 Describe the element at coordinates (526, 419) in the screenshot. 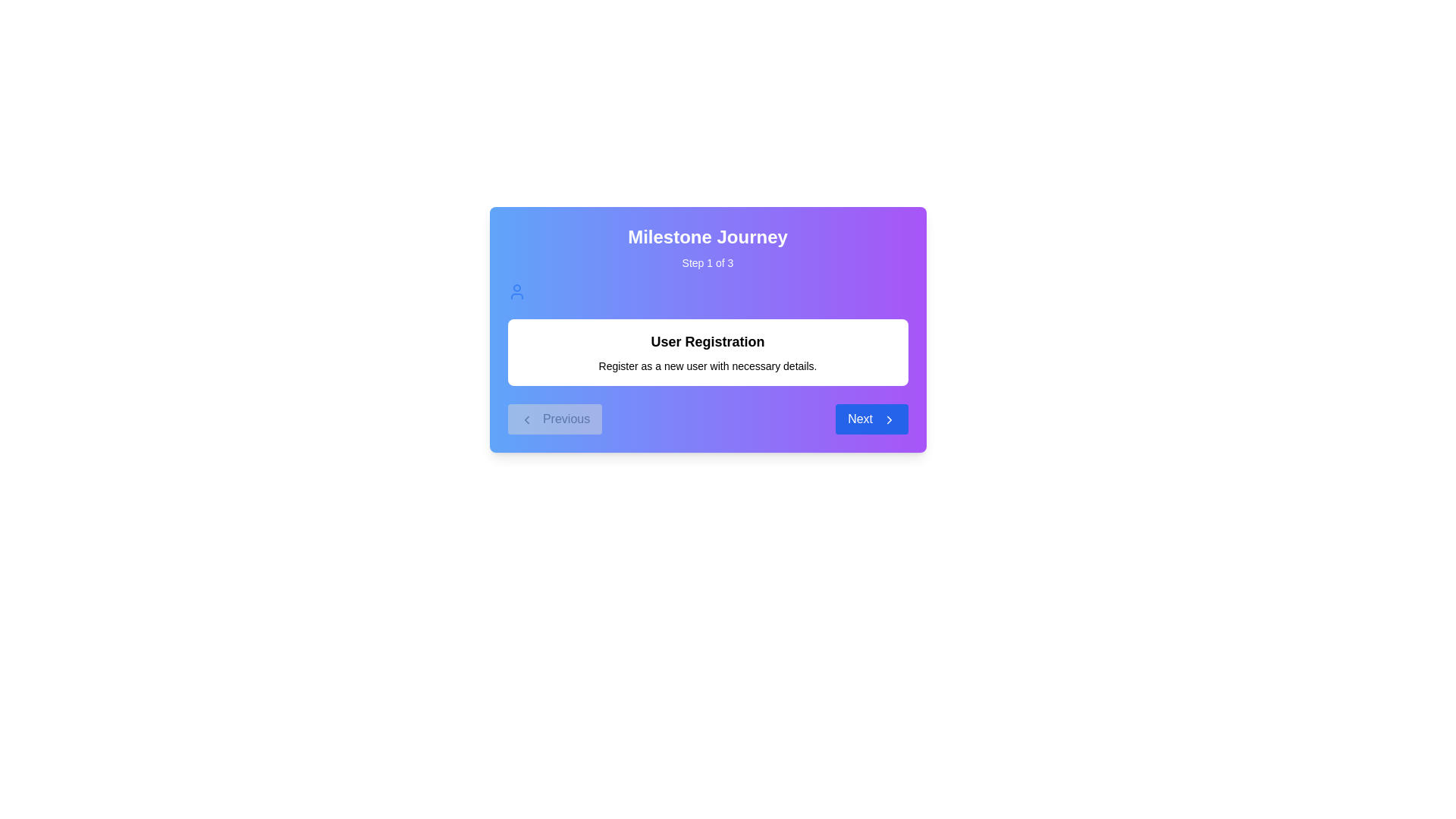

I see `the left-pointing chevron icon inside the 'Previous' button located at the bottom-left corner of the 'User Registration' card interface` at that location.